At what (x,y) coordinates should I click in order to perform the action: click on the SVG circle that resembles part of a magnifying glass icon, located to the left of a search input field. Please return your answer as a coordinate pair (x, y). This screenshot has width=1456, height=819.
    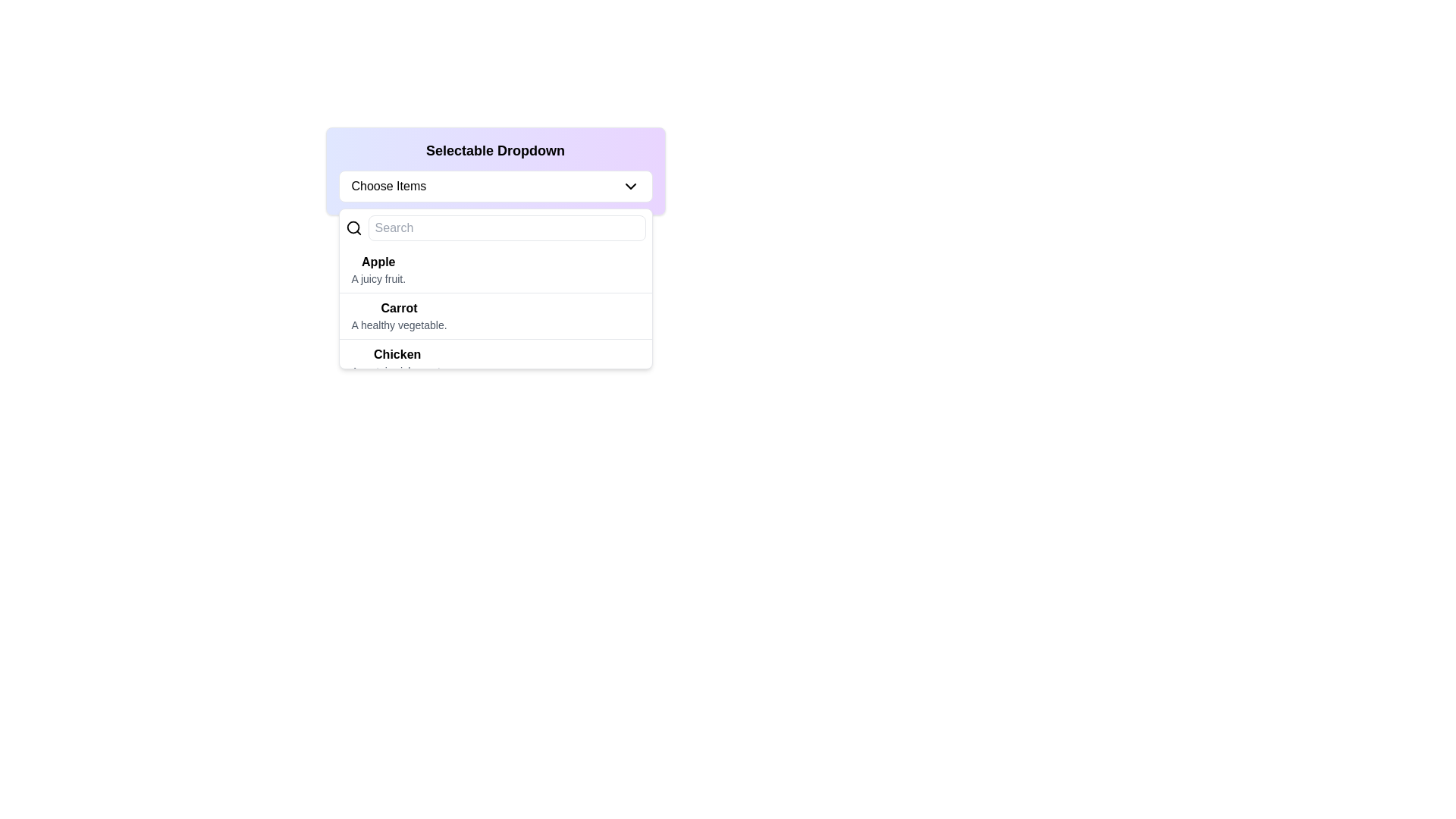
    Looking at the image, I should click on (352, 227).